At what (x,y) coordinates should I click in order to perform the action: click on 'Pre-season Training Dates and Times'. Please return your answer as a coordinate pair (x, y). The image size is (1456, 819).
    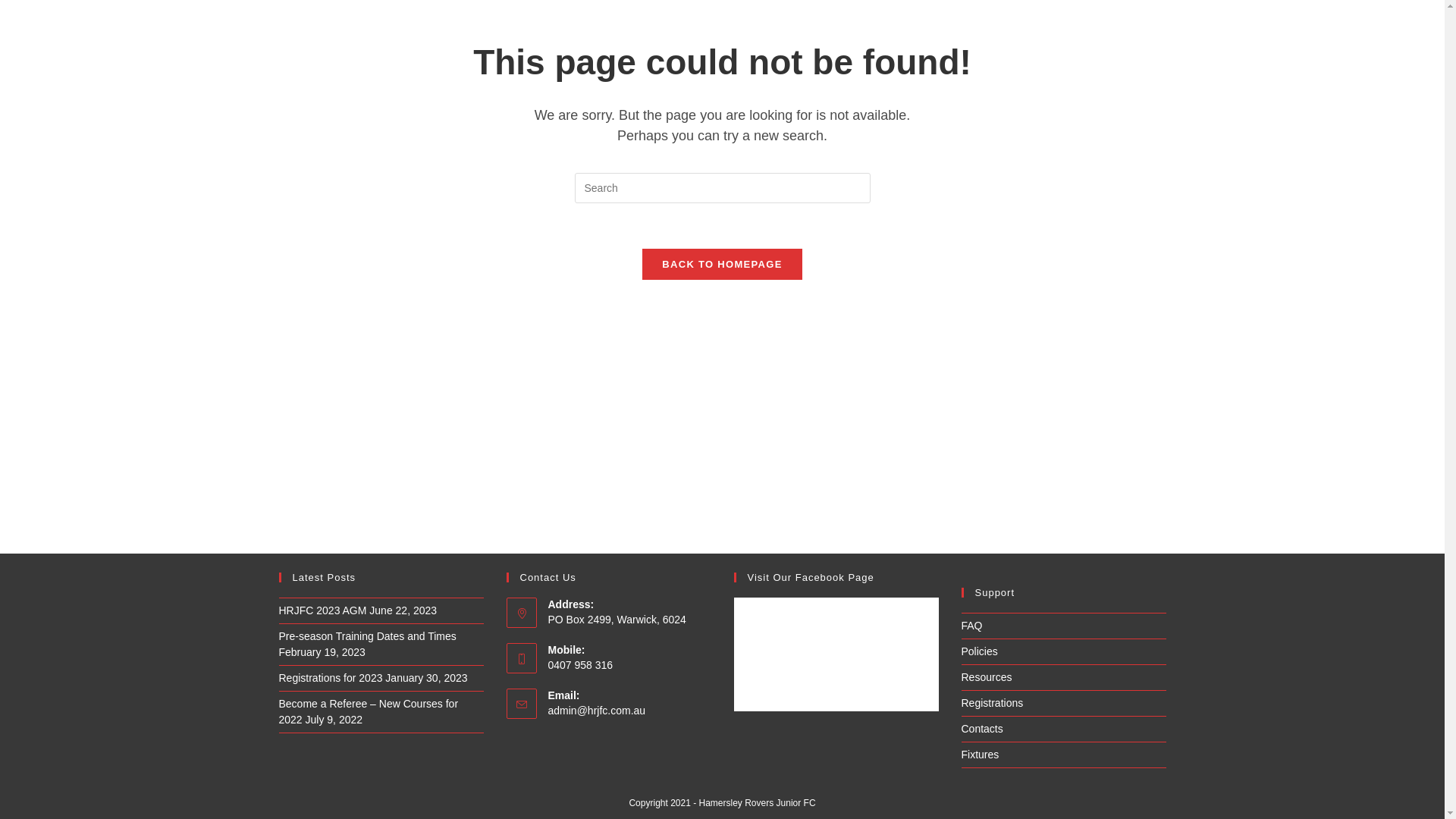
    Looking at the image, I should click on (367, 636).